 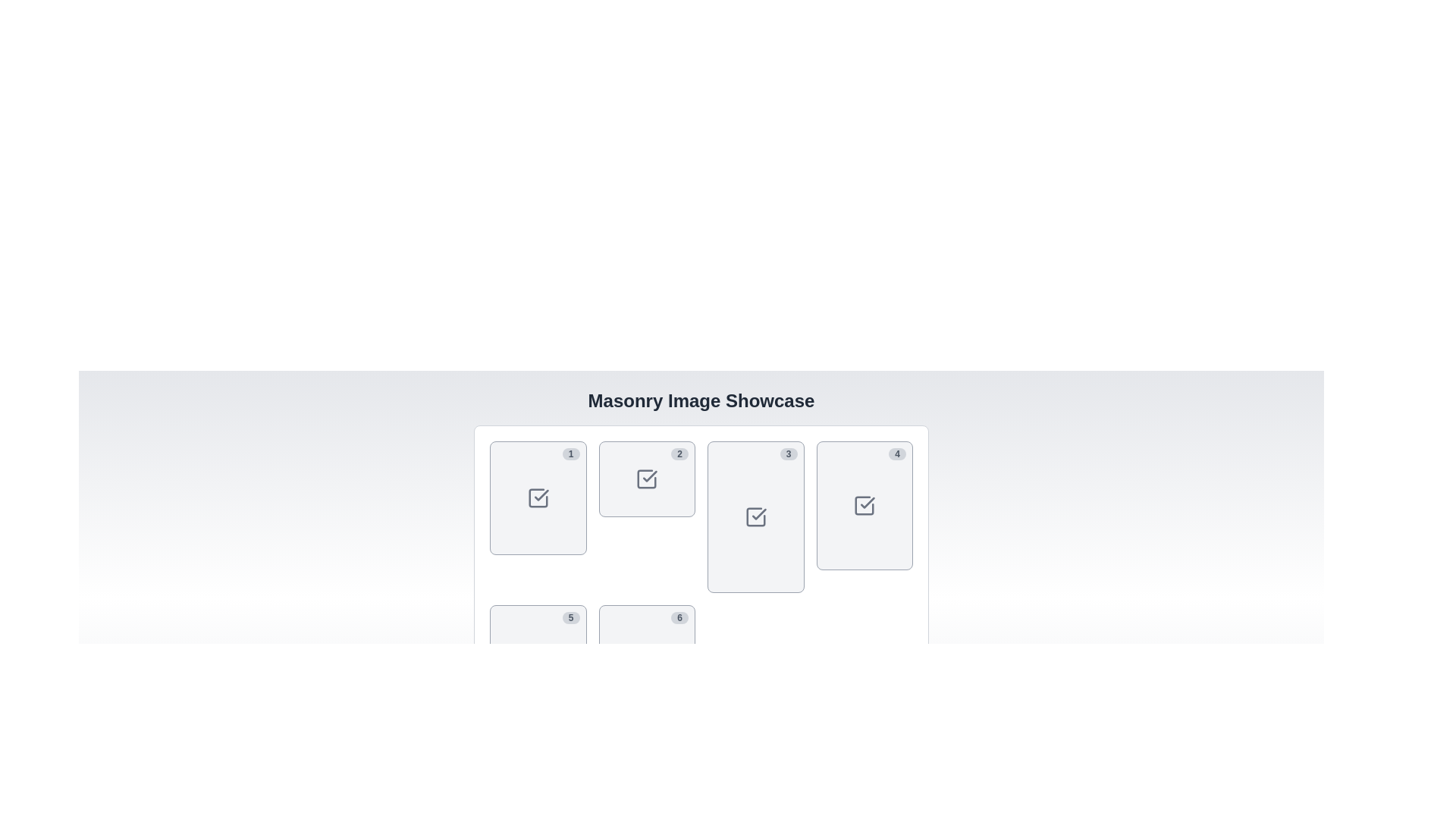 I want to click on the button located at the center of the fifth card in the grid layout, so click(x=538, y=654).